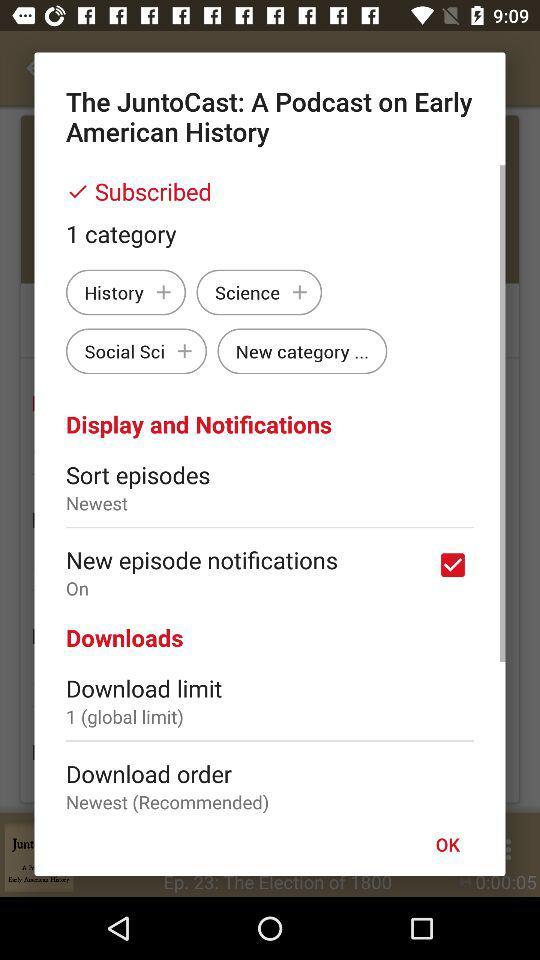 The image size is (540, 960). I want to click on item below subscribed, so click(270, 233).